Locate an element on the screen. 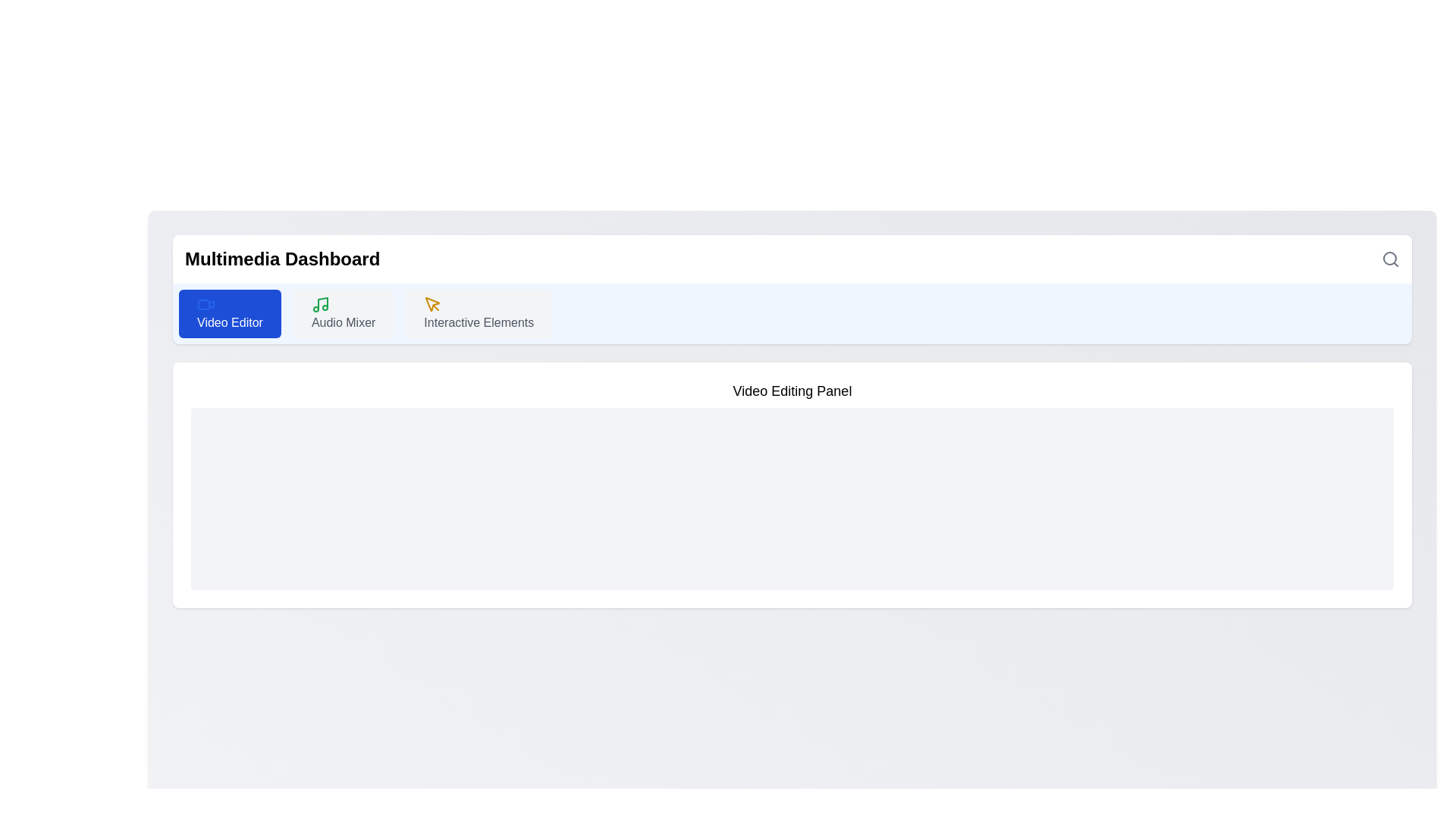  the yellow pointer icon in the 'Interactive Elements' tab of the top navigation, indicating interactivity or pointer actions is located at coordinates (431, 304).